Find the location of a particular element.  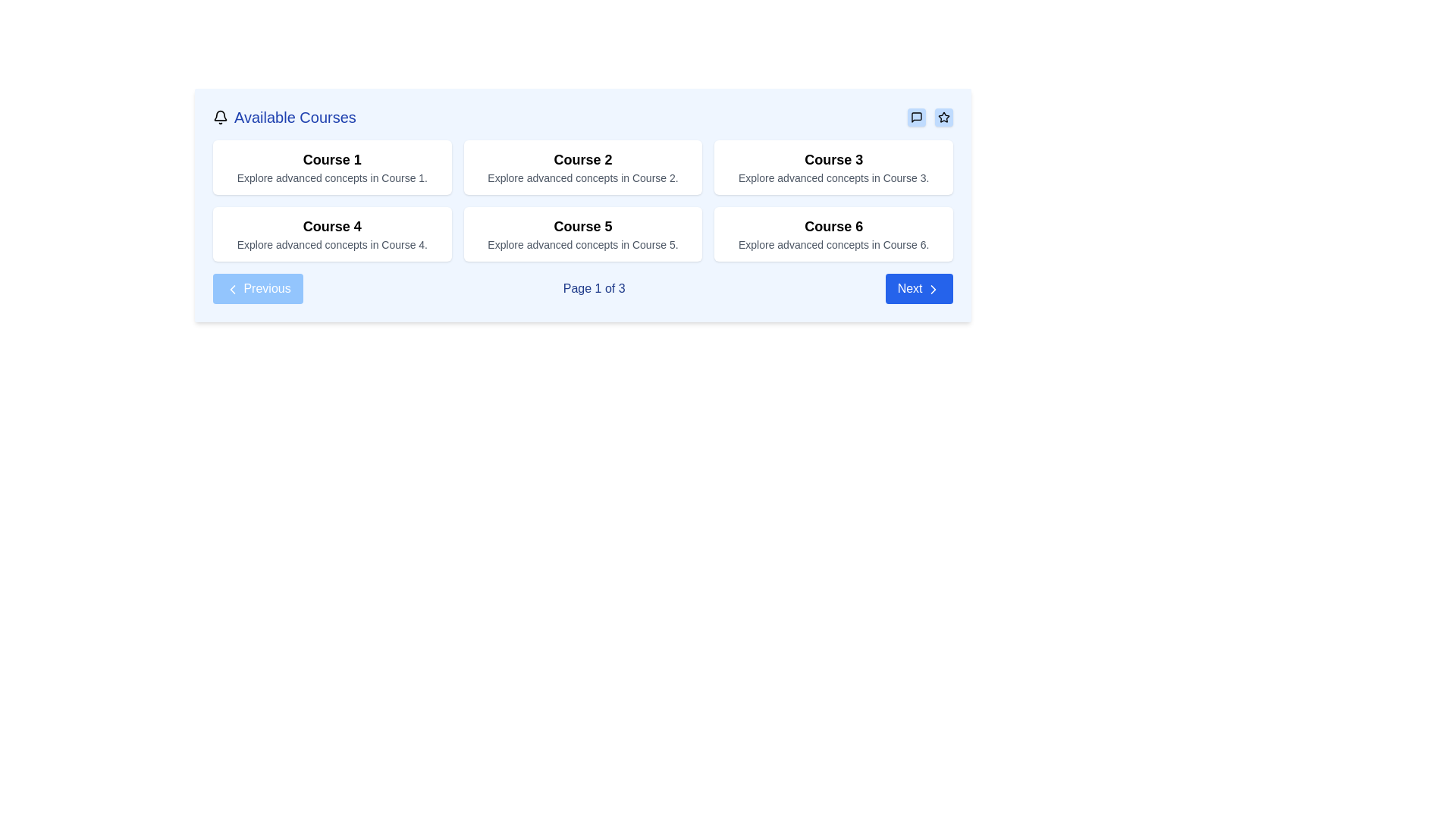

the blue 'Next' button with a right-pointing arrow icon is located at coordinates (918, 289).